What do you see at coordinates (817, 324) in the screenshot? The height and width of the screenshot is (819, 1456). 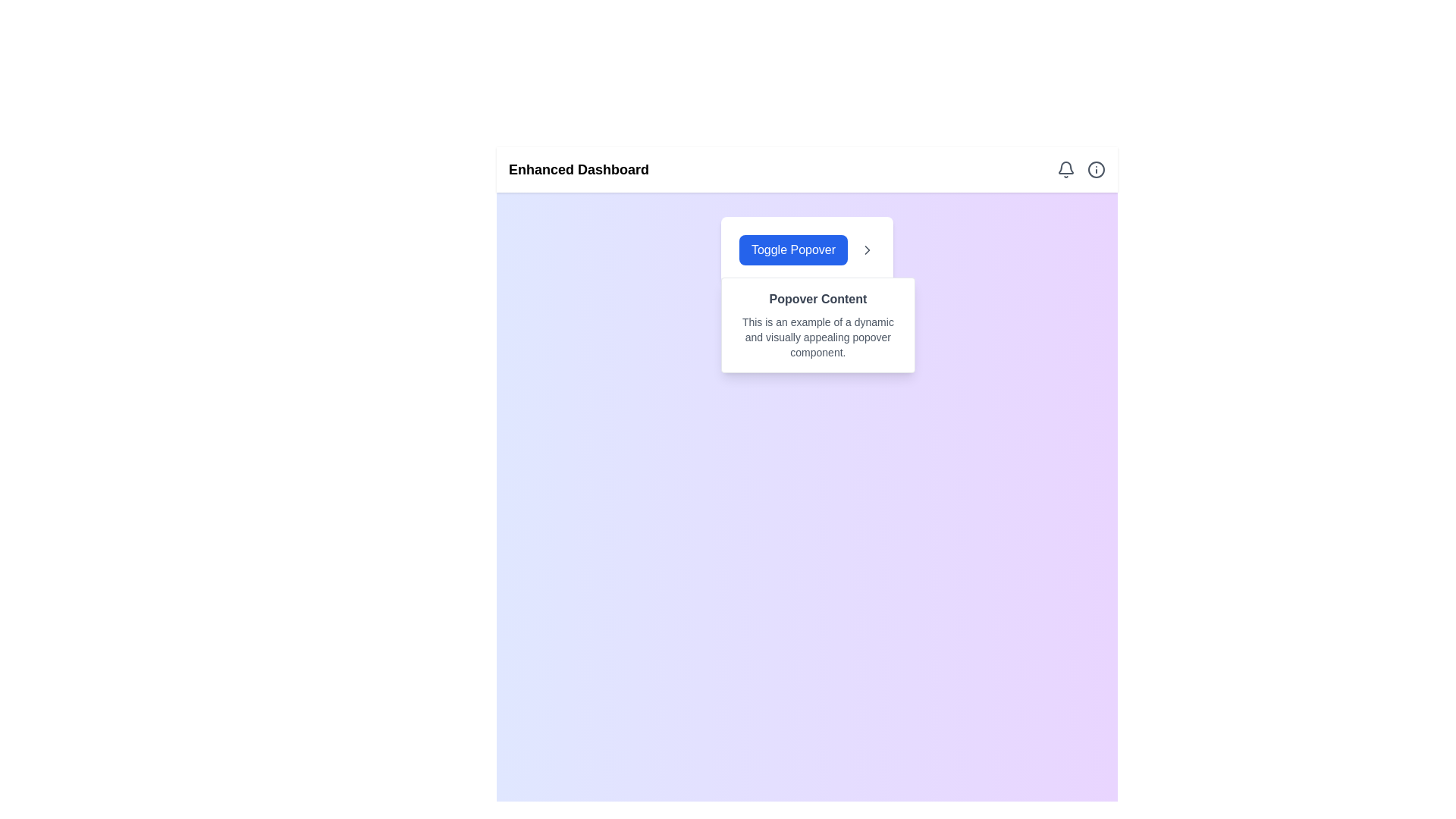 I see `the rectangular popover component with a white background, containing the title 'Popover Content' and subtext 'This is an example of a dynamic and visually appealing popover component.'` at bounding box center [817, 324].